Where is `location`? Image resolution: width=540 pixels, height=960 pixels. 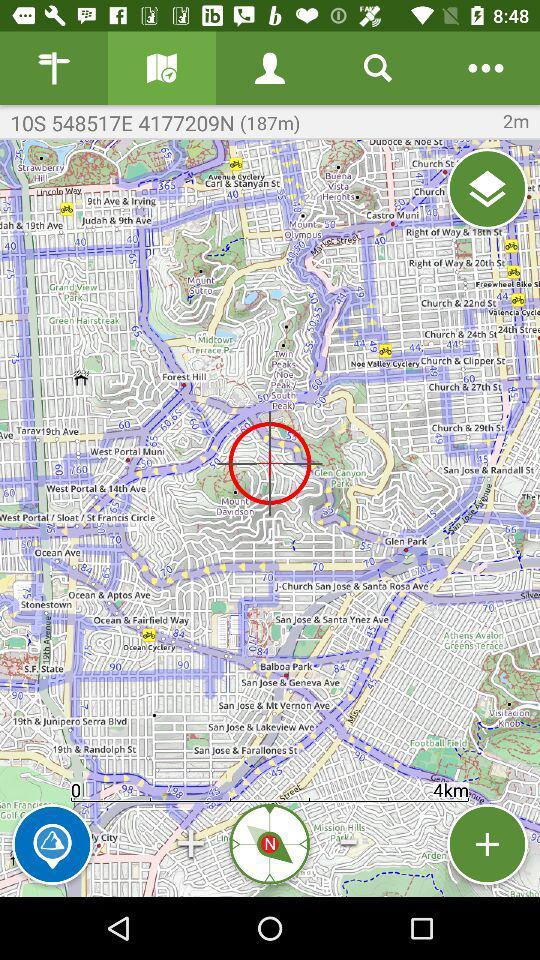
location is located at coordinates (486, 189).